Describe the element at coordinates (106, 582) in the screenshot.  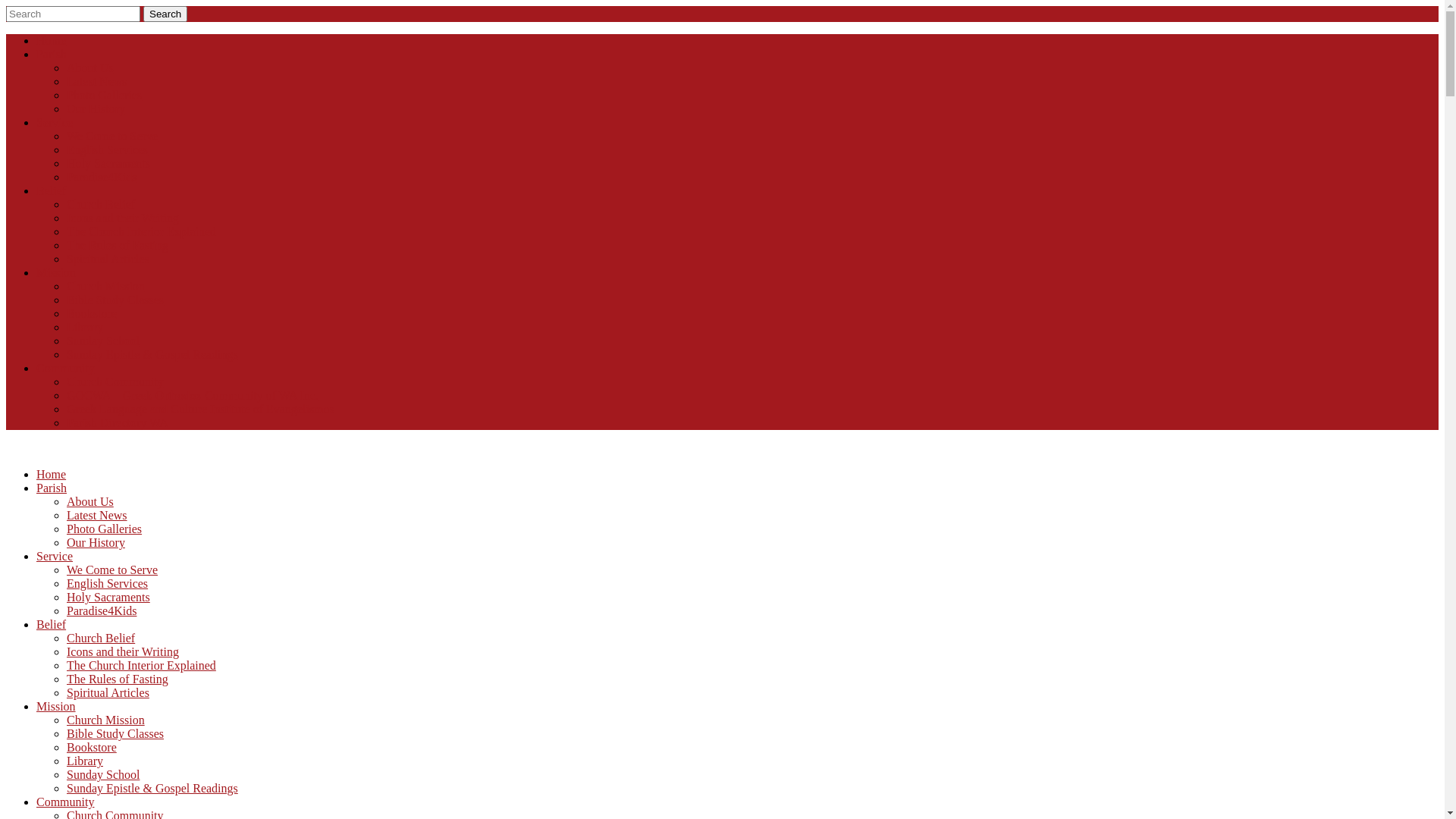
I see `'English Services'` at that location.